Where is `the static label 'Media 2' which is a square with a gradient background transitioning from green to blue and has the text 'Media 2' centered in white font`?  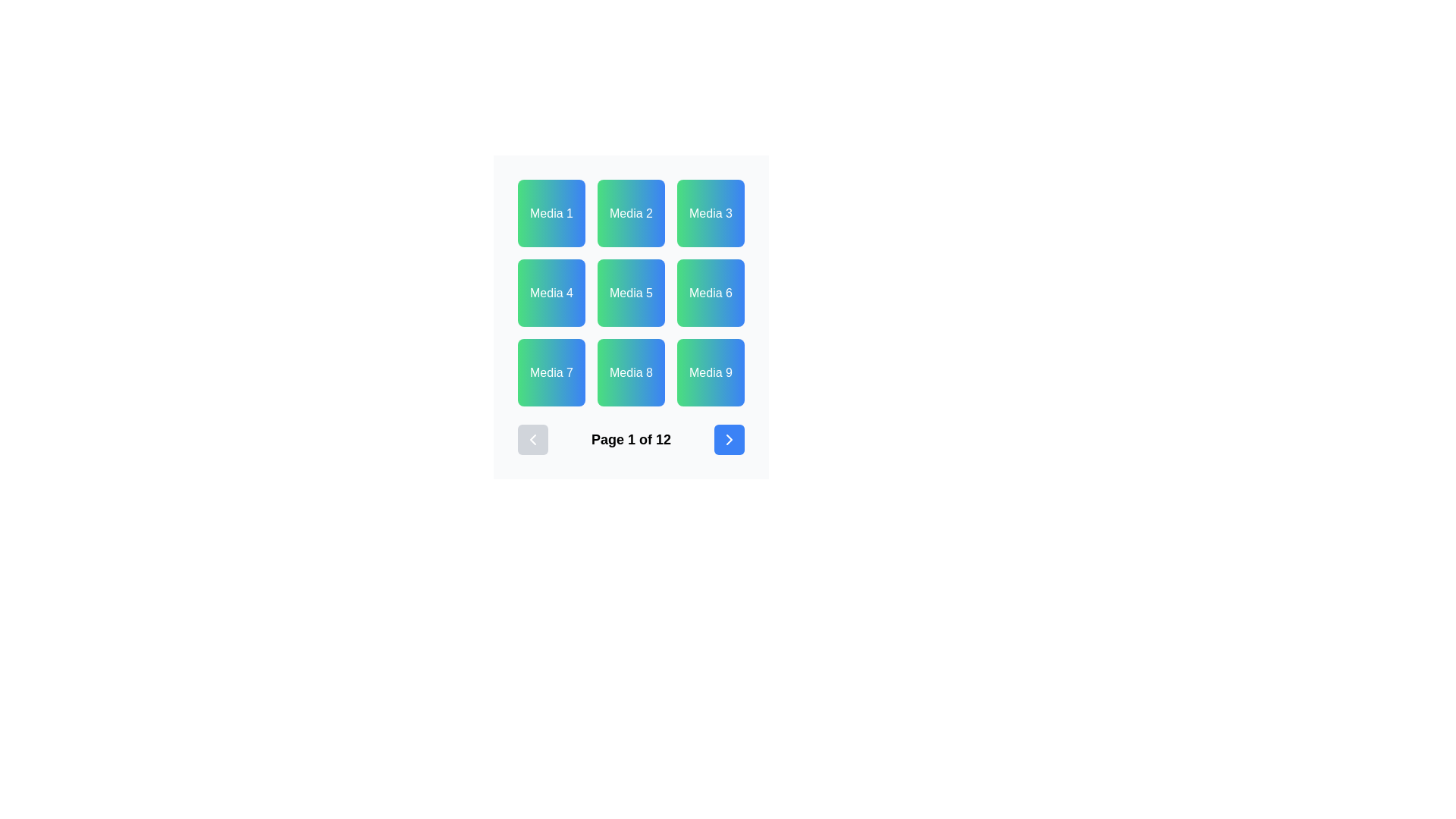
the static label 'Media 2' which is a square with a gradient background transitioning from green to blue and has the text 'Media 2' centered in white font is located at coordinates (631, 213).